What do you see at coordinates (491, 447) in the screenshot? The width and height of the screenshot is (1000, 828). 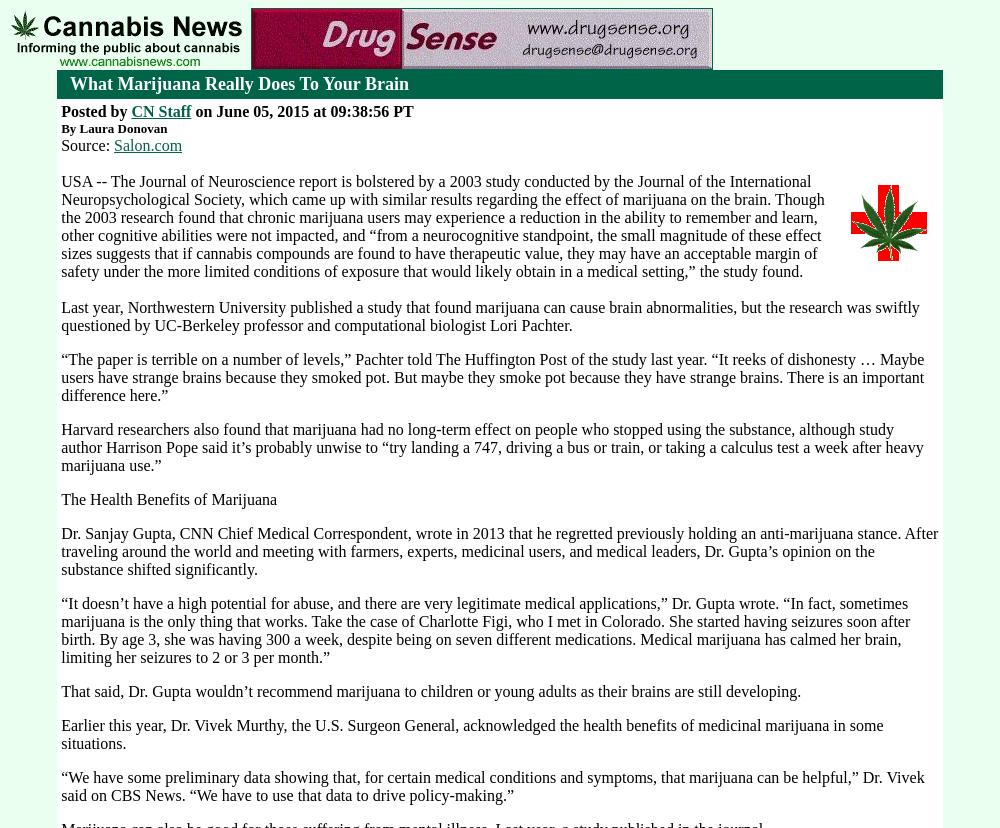 I see `'Harvard researchers also found that marijuana had no long-term effect on people who stopped using the substance, although study author Harrison Pope said it’s probably unwise to “try landing a 747, driving a bus or train, or taking a calculus test a week after heavy marijuana use.”'` at bounding box center [491, 447].